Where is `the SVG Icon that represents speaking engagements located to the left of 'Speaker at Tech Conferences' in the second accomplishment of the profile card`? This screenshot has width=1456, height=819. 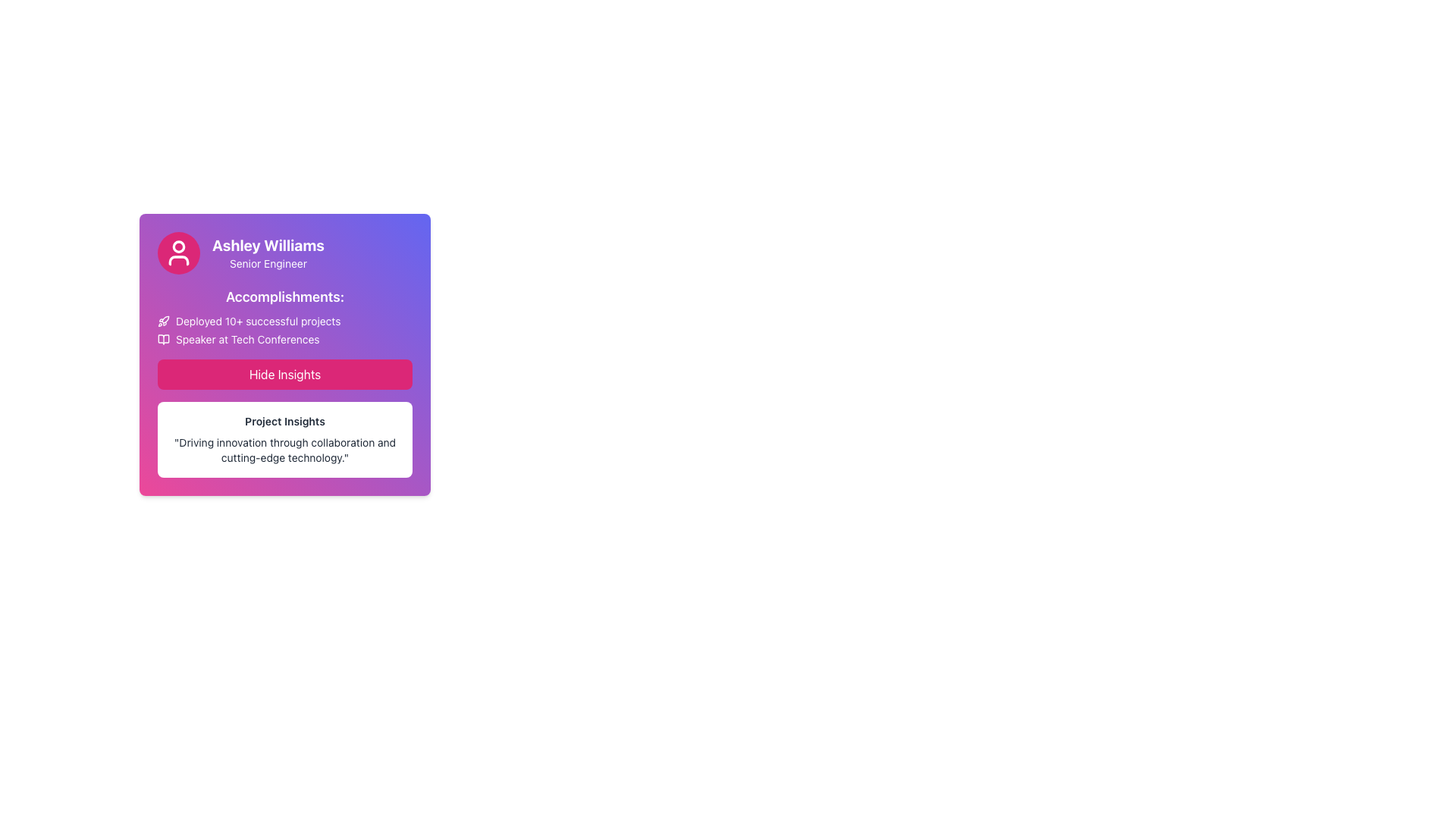
the SVG Icon that represents speaking engagements located to the left of 'Speaker at Tech Conferences' in the second accomplishment of the profile card is located at coordinates (164, 338).